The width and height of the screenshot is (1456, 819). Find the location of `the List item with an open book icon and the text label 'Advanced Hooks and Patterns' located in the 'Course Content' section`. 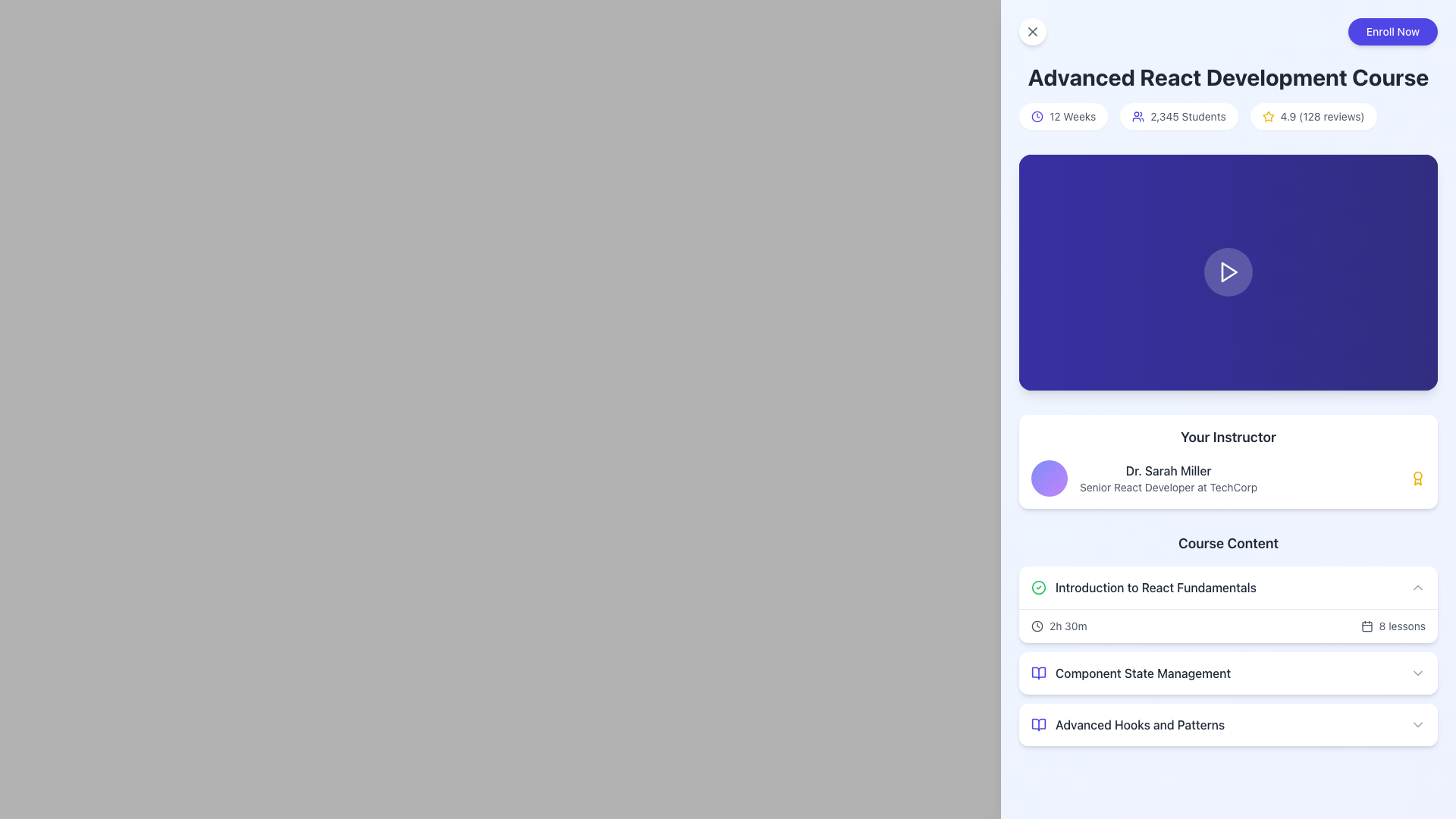

the List item with an open book icon and the text label 'Advanced Hooks and Patterns' located in the 'Course Content' section is located at coordinates (1128, 723).